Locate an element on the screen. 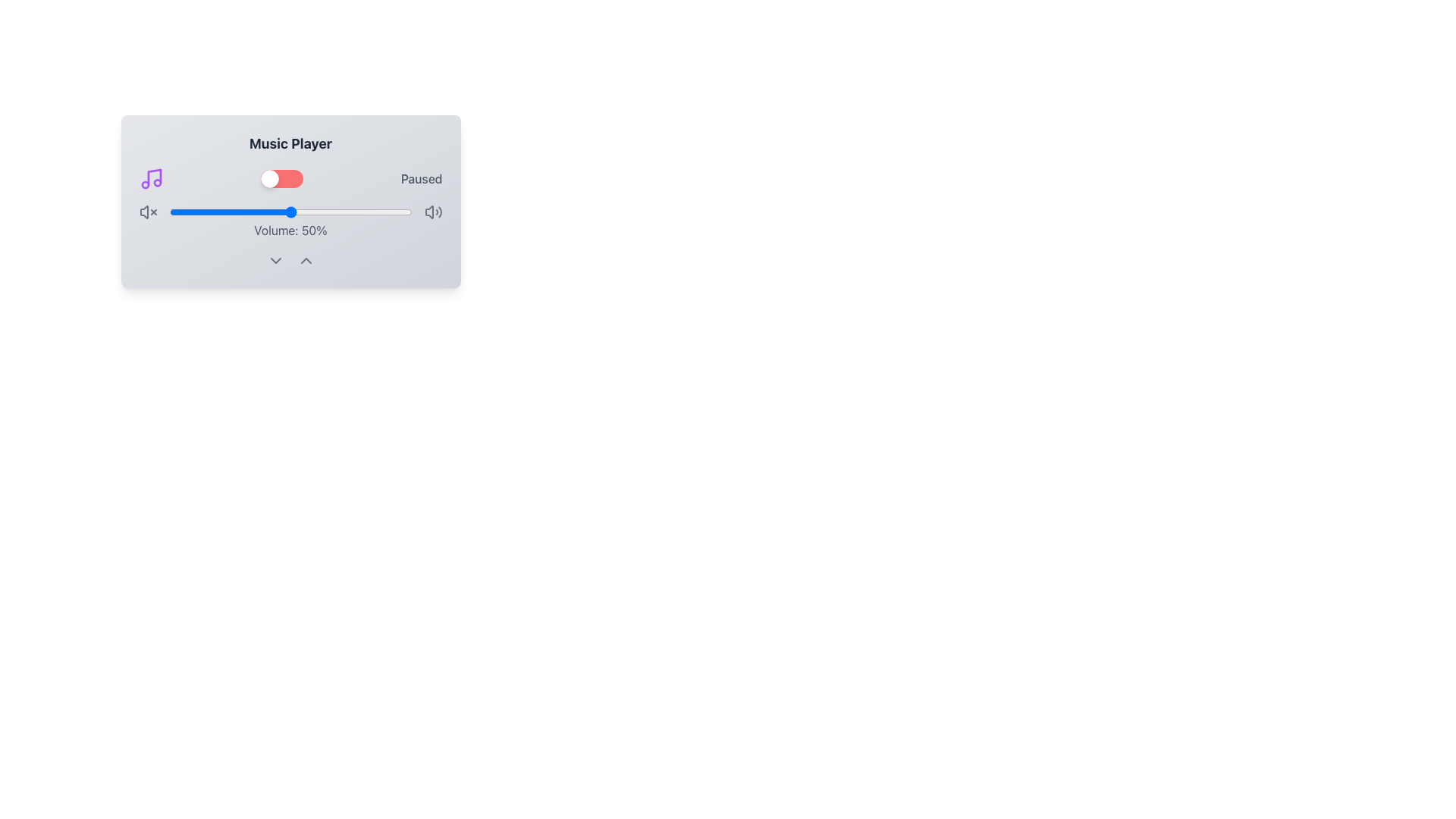 The height and width of the screenshot is (819, 1456). the toggle switch handle located at the leftmost position of the toggle switch component, which is below the 'Music Player' text is located at coordinates (270, 177).